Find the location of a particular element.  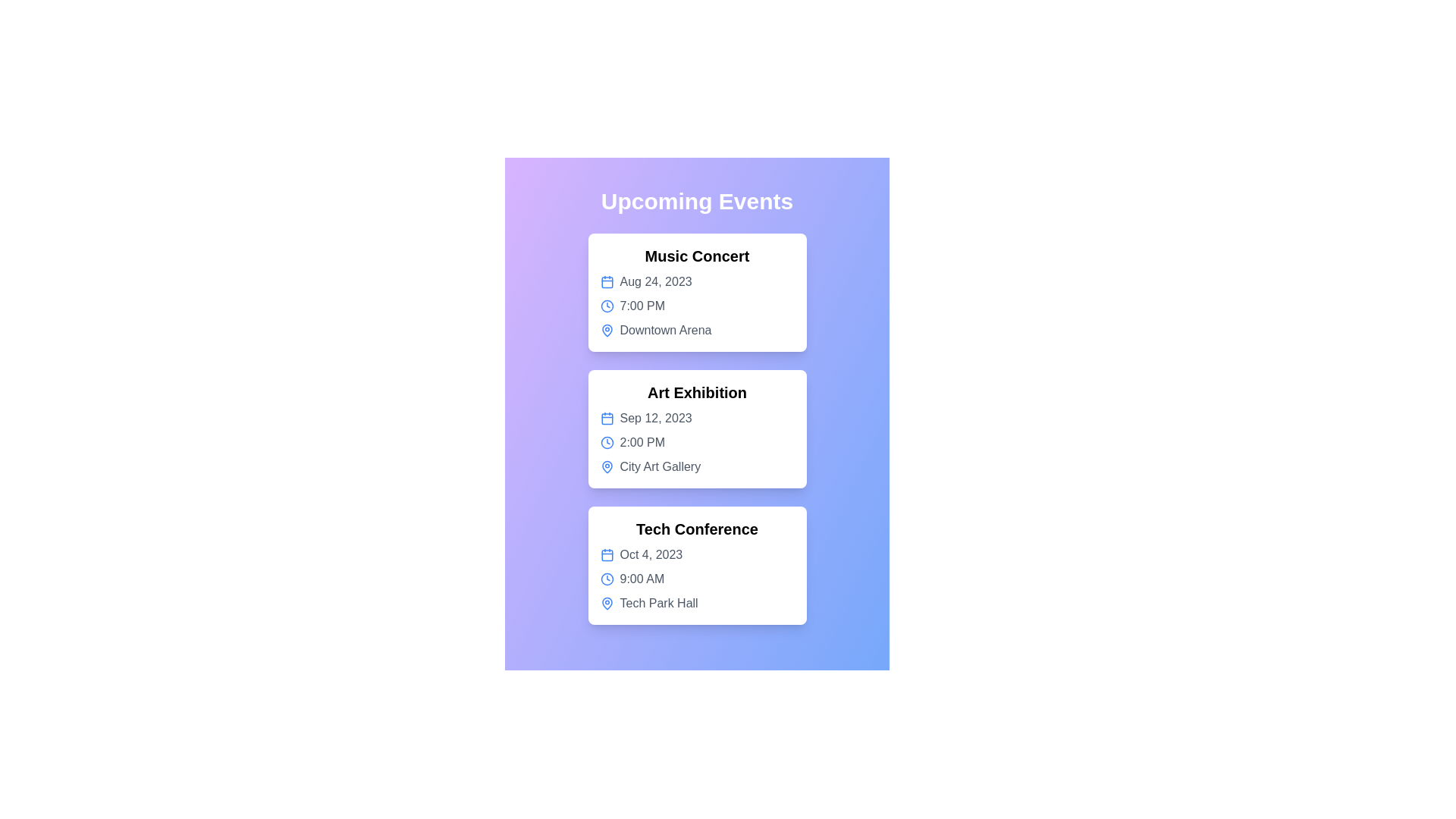

the clock icon, which is a circular blue icon with clock hands, positioned to the left of the text '7:00 PM' is located at coordinates (607, 306).